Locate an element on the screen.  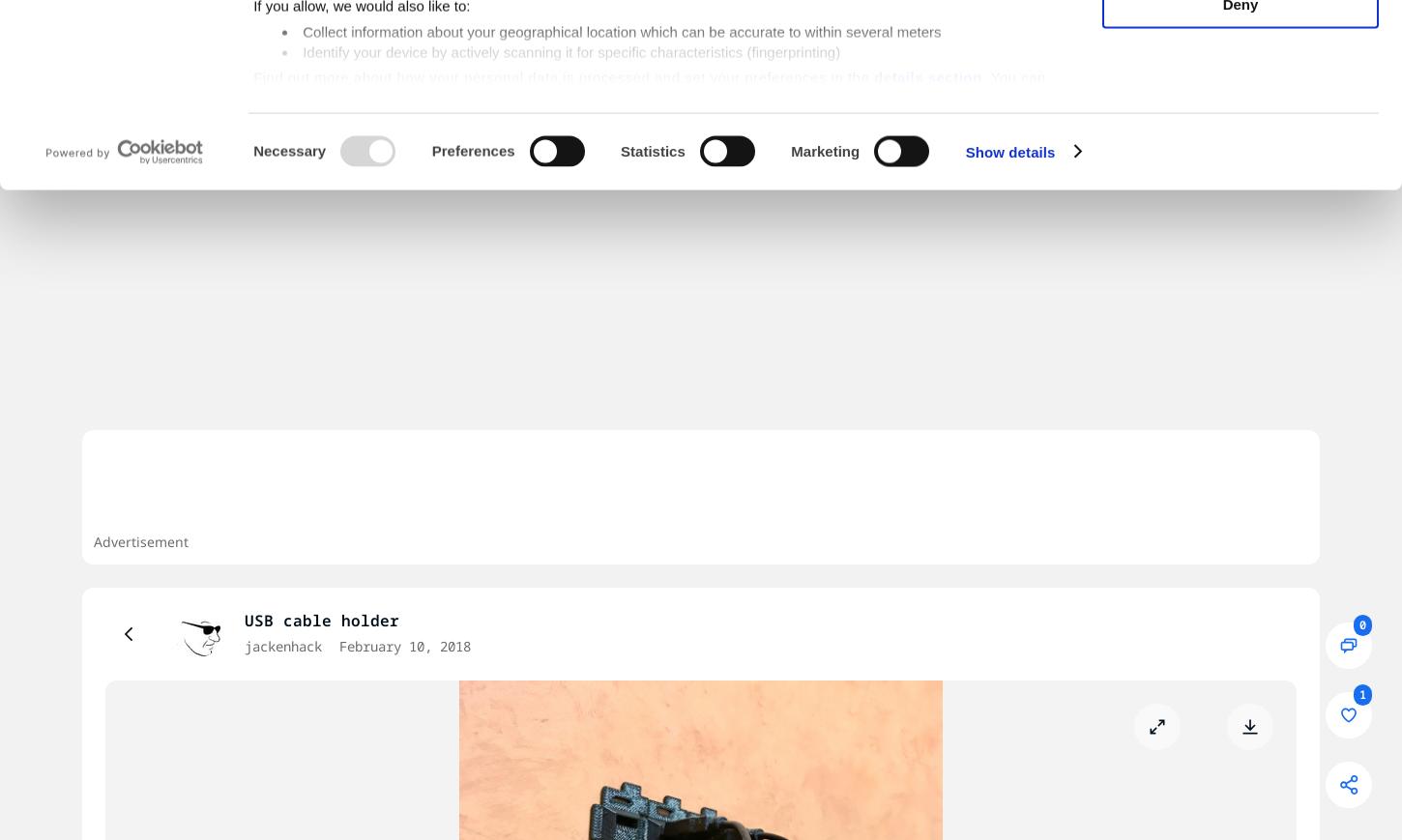
'Preferences' is located at coordinates (472, 305).